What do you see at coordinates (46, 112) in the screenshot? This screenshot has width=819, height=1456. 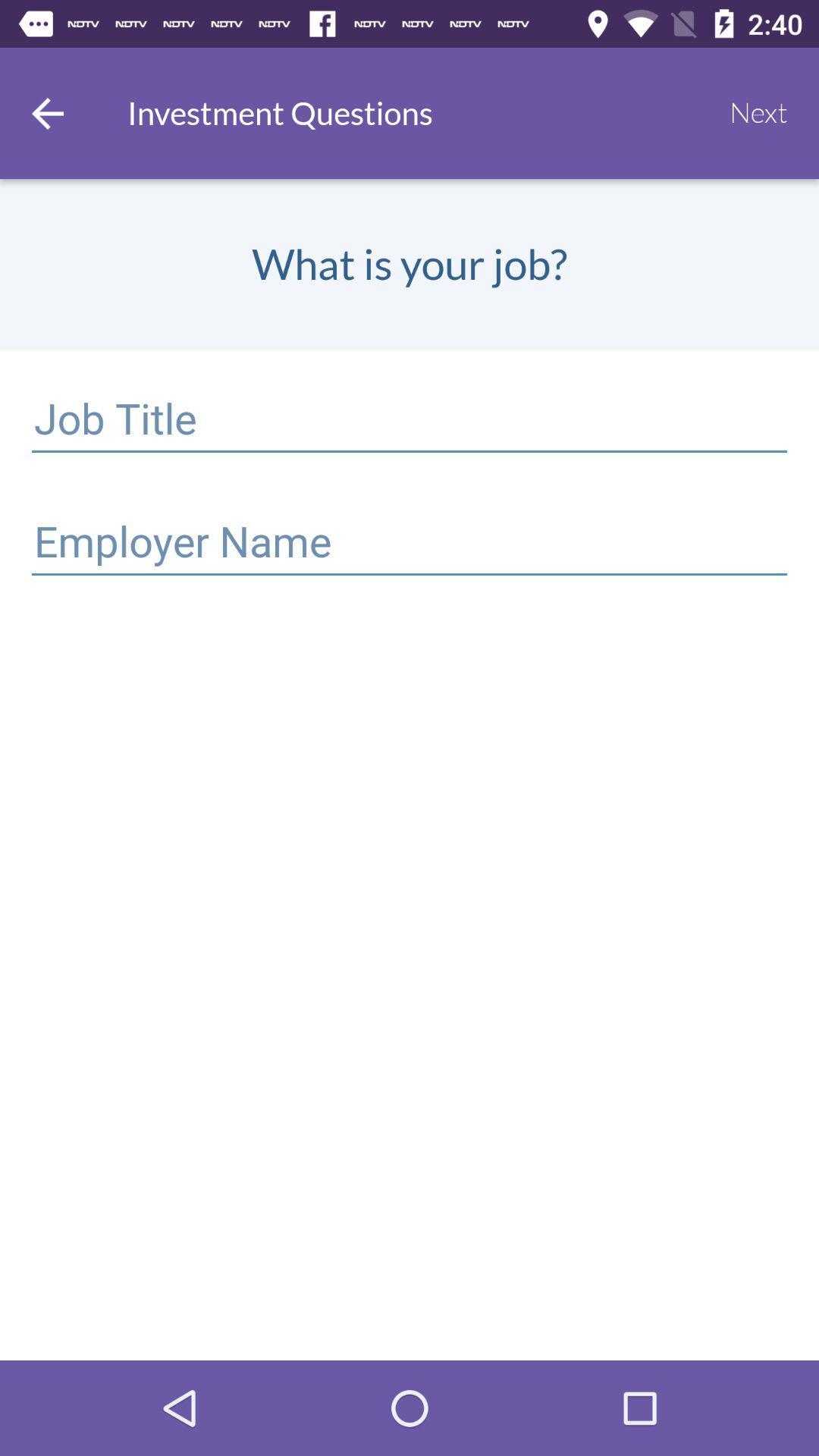 I see `go back` at bounding box center [46, 112].